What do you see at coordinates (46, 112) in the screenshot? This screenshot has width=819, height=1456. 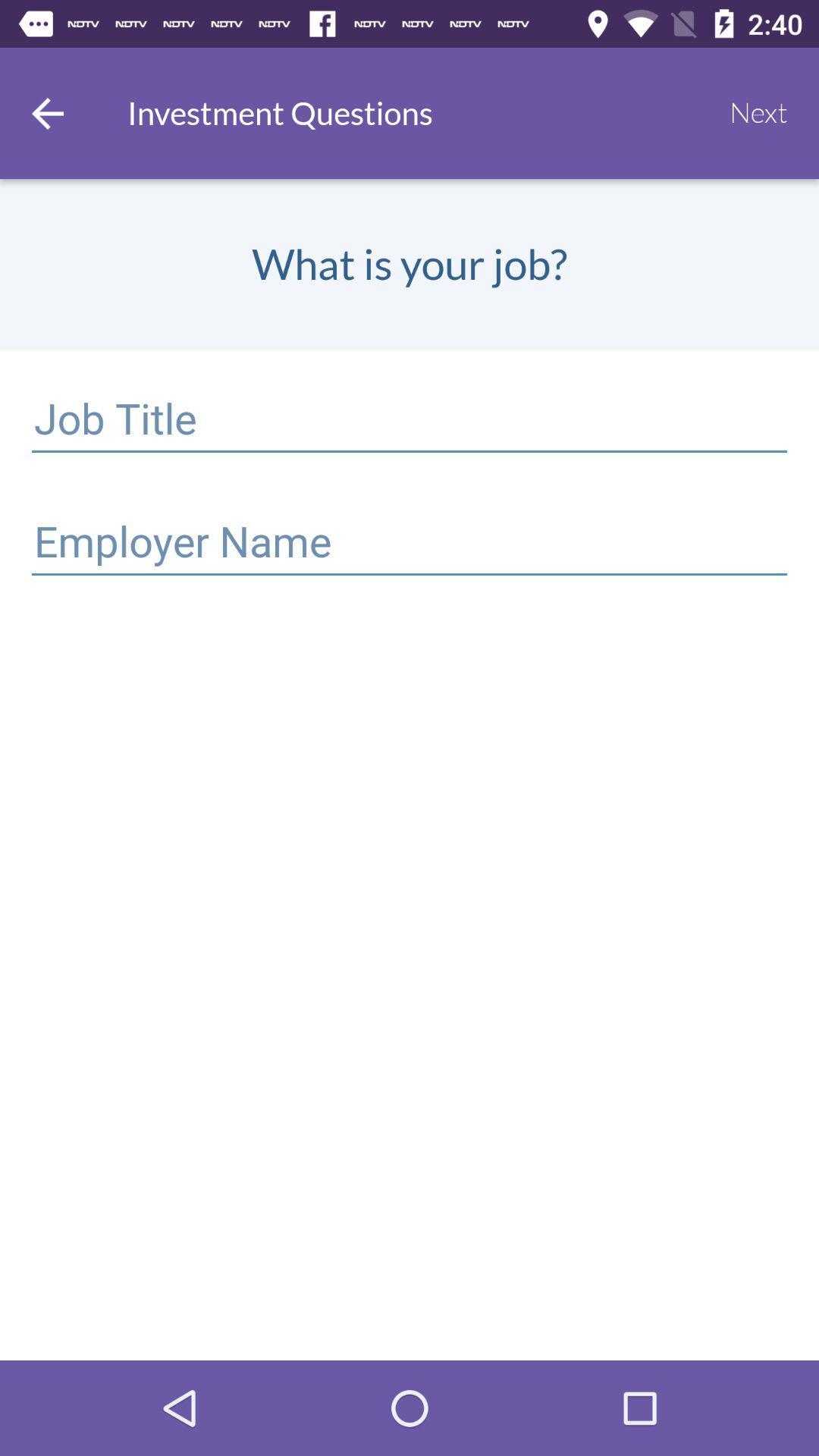 I see `go back` at bounding box center [46, 112].